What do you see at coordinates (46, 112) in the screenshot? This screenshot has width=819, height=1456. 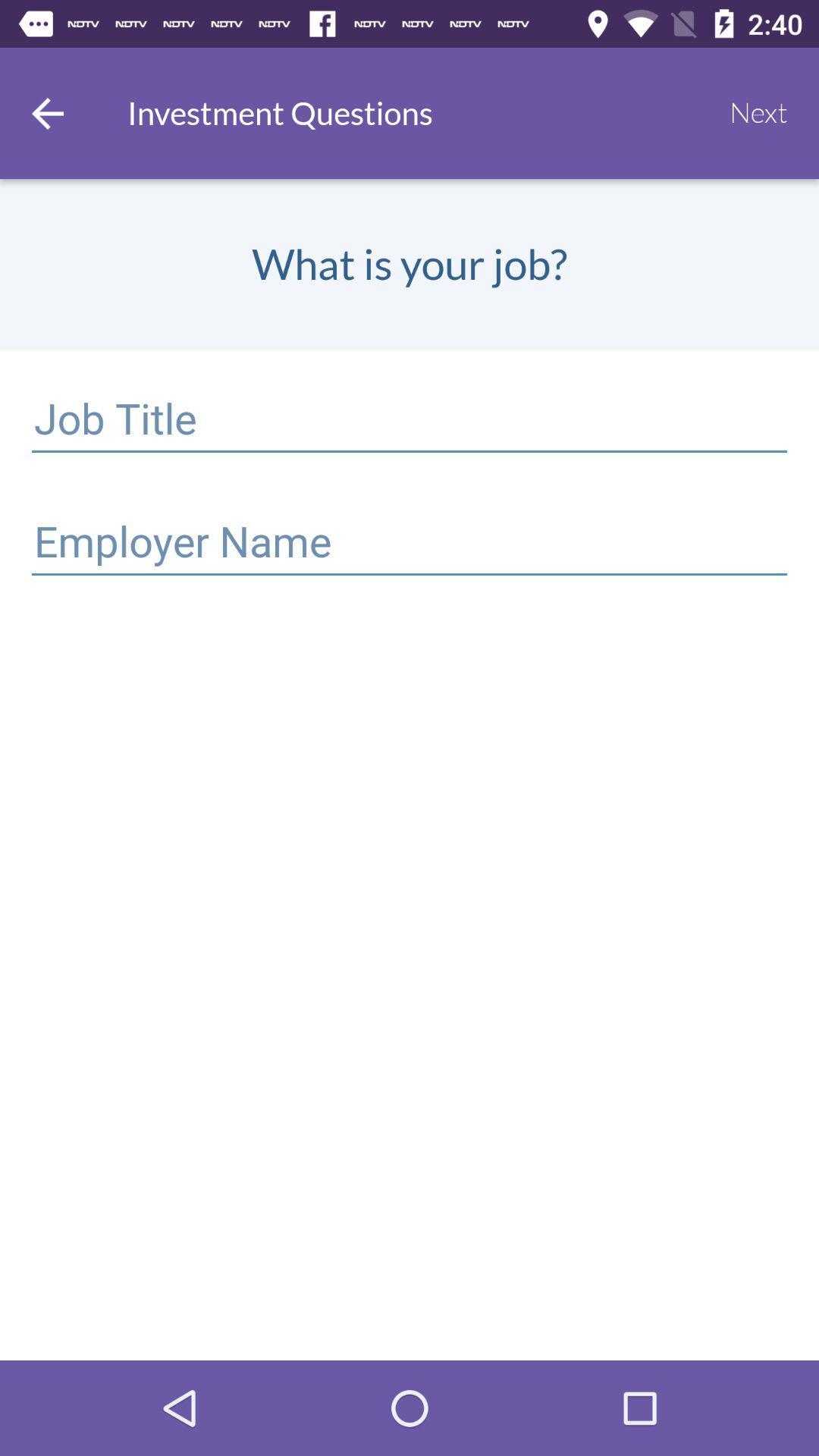 I see `go back` at bounding box center [46, 112].